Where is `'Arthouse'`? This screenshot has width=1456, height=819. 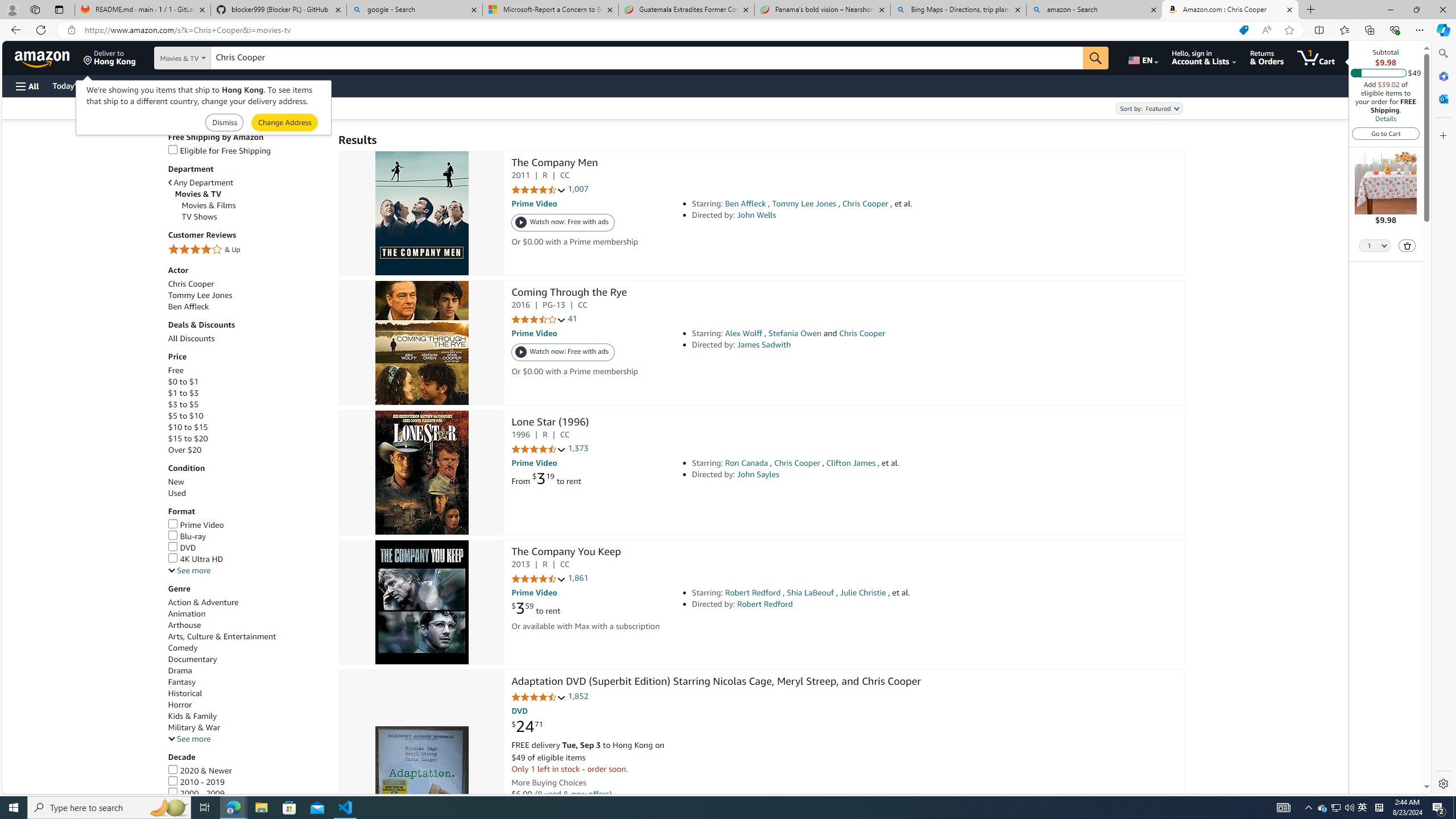 'Arthouse' is located at coordinates (247, 625).